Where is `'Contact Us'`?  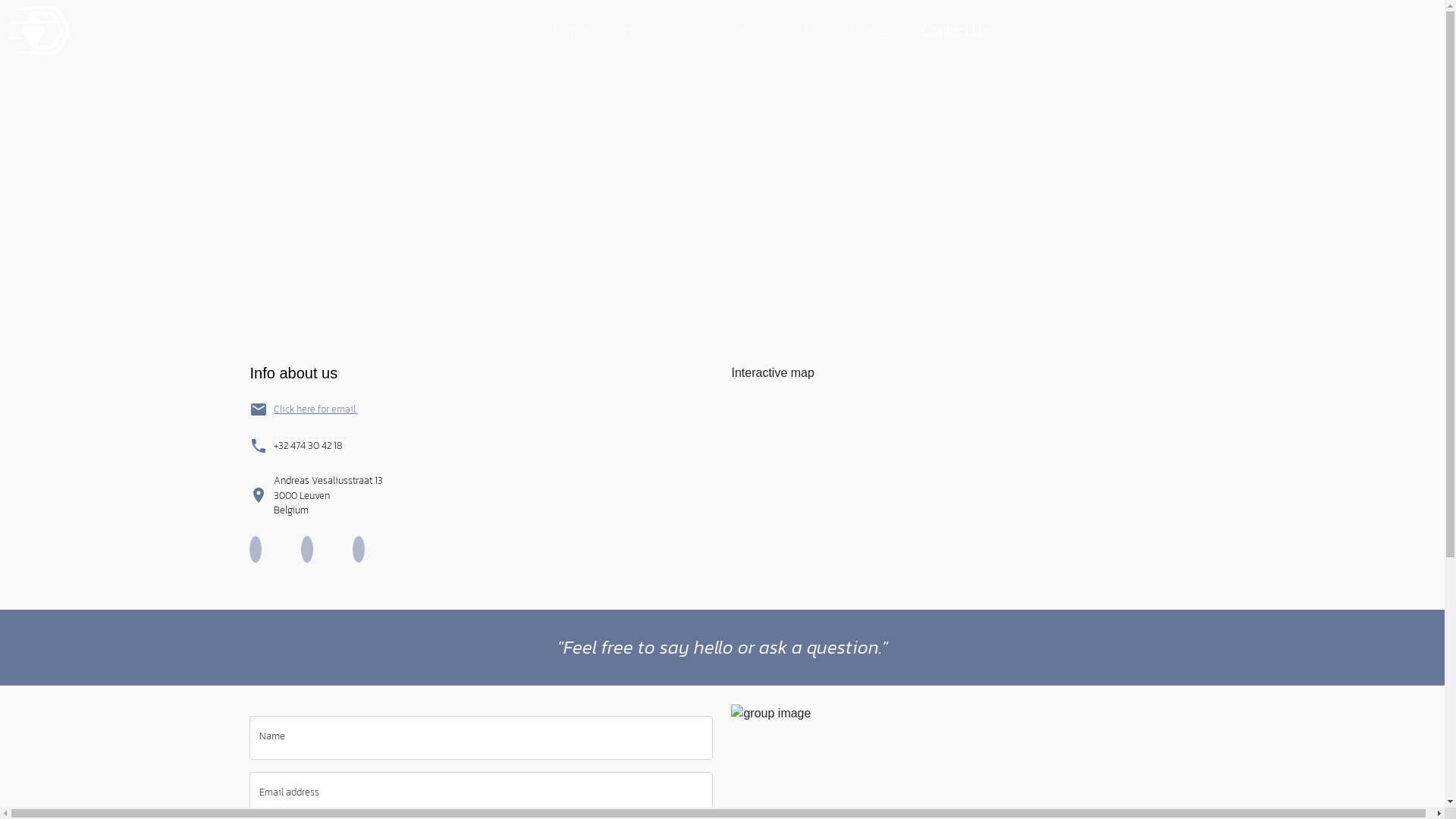 'Contact Us' is located at coordinates (954, 30).